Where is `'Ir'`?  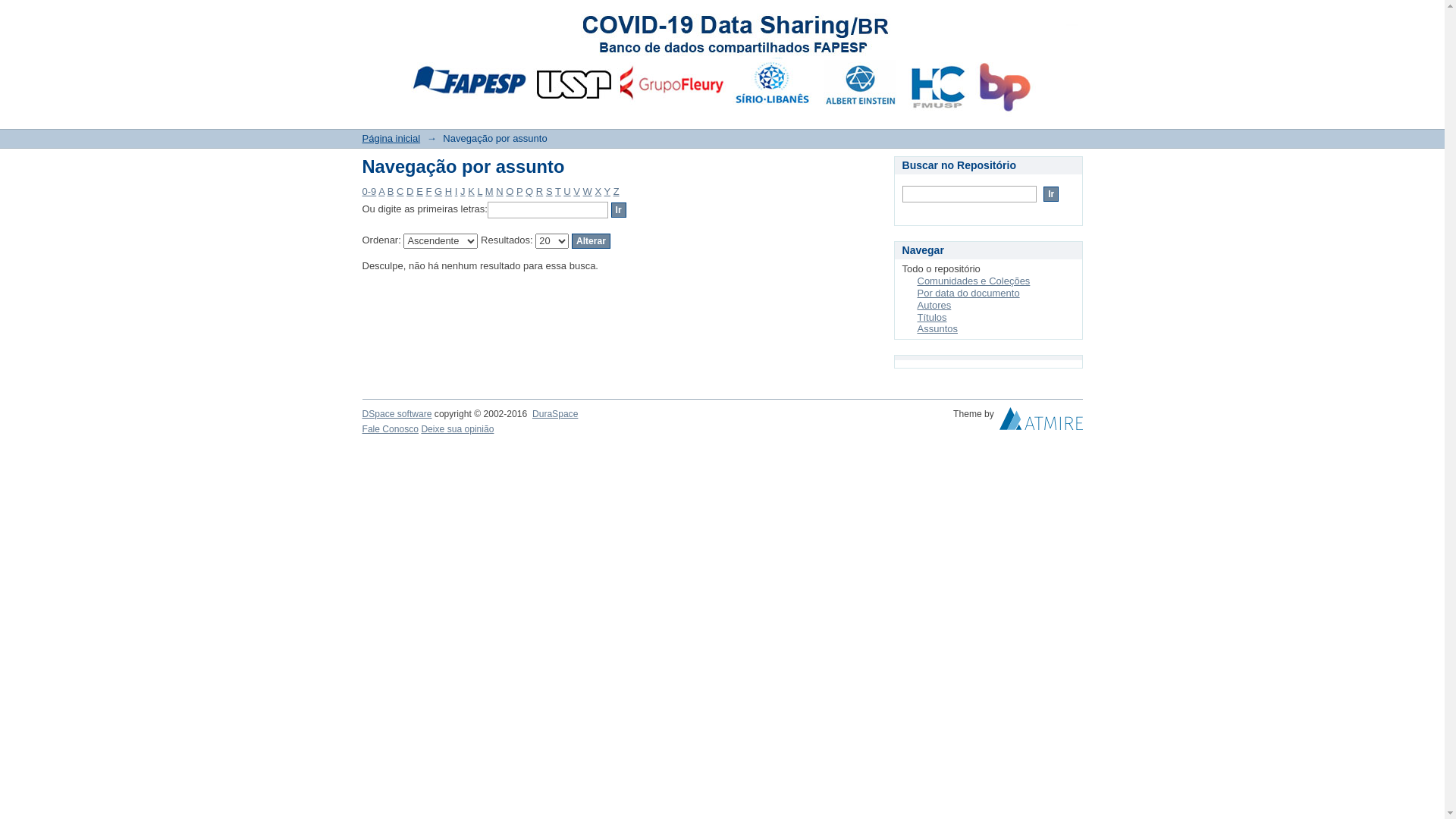
'Ir' is located at coordinates (1050, 193).